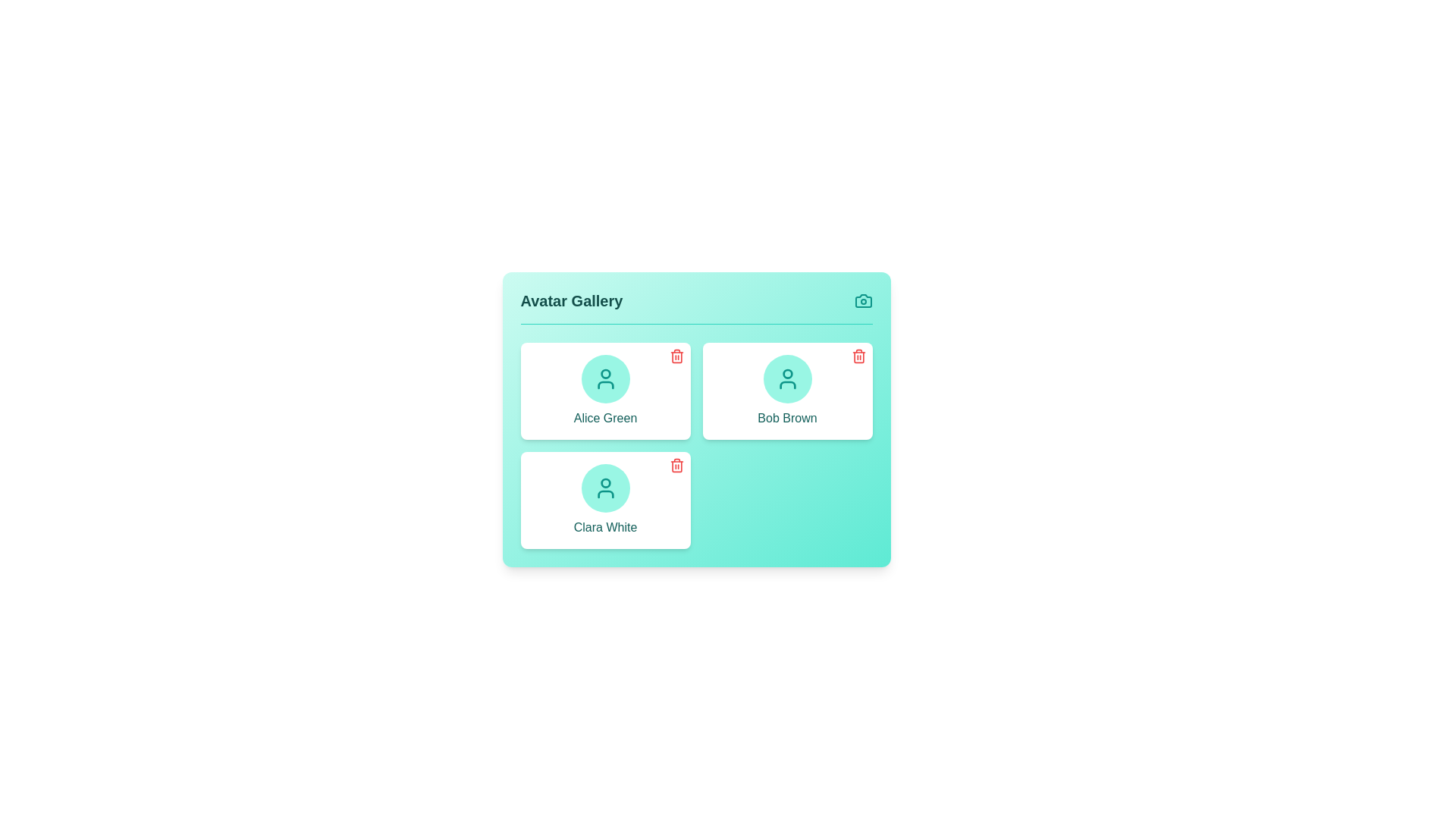  What do you see at coordinates (787, 378) in the screenshot?
I see `the visual representation of the user presence icon for 'Bob Brown', which is centered within a circular background in the rightmost card of the Avatar Gallery section` at bounding box center [787, 378].